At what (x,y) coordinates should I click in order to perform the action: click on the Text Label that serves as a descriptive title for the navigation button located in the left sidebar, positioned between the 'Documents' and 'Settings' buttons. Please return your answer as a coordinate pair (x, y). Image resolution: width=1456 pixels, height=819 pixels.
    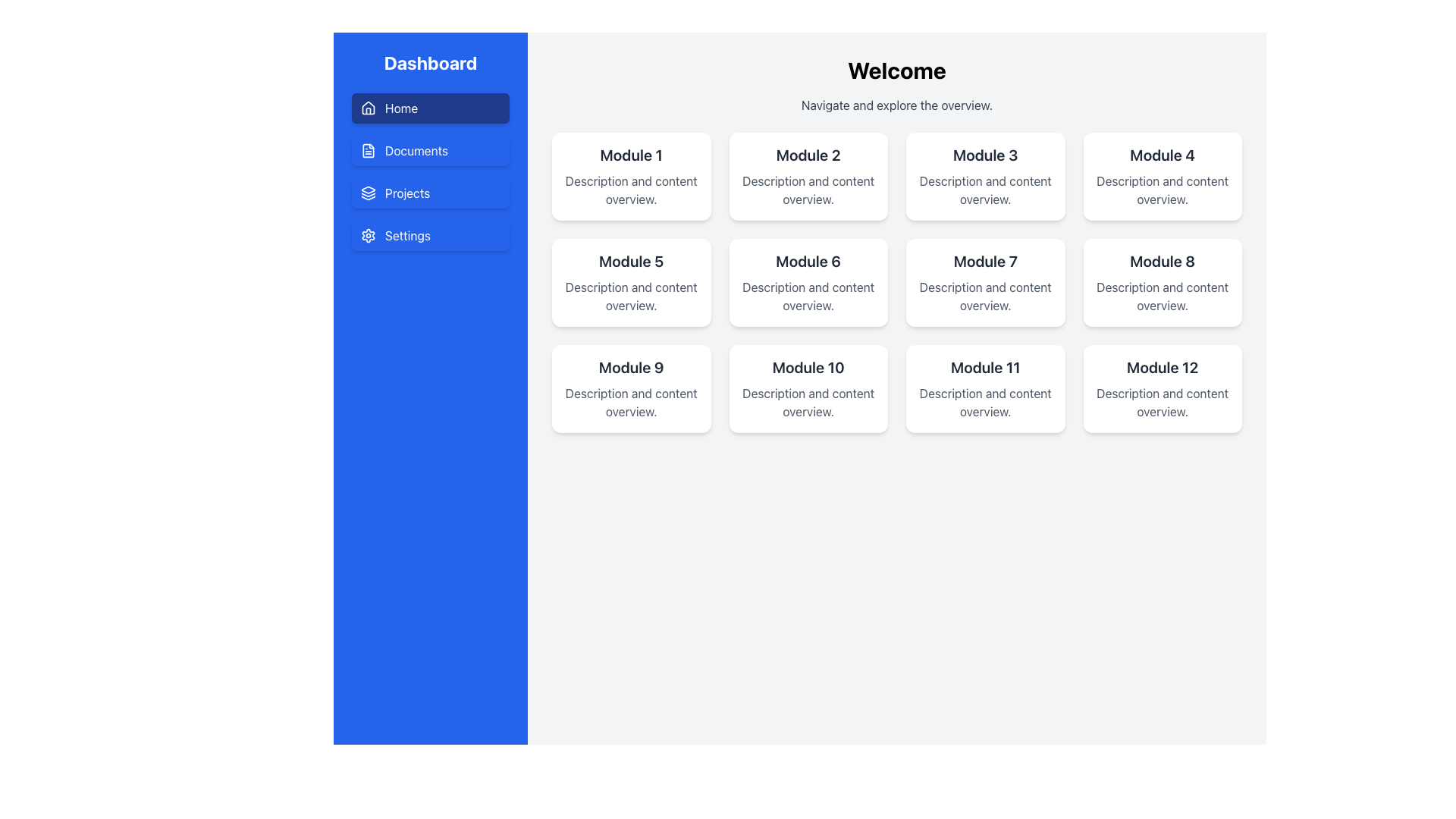
    Looking at the image, I should click on (407, 192).